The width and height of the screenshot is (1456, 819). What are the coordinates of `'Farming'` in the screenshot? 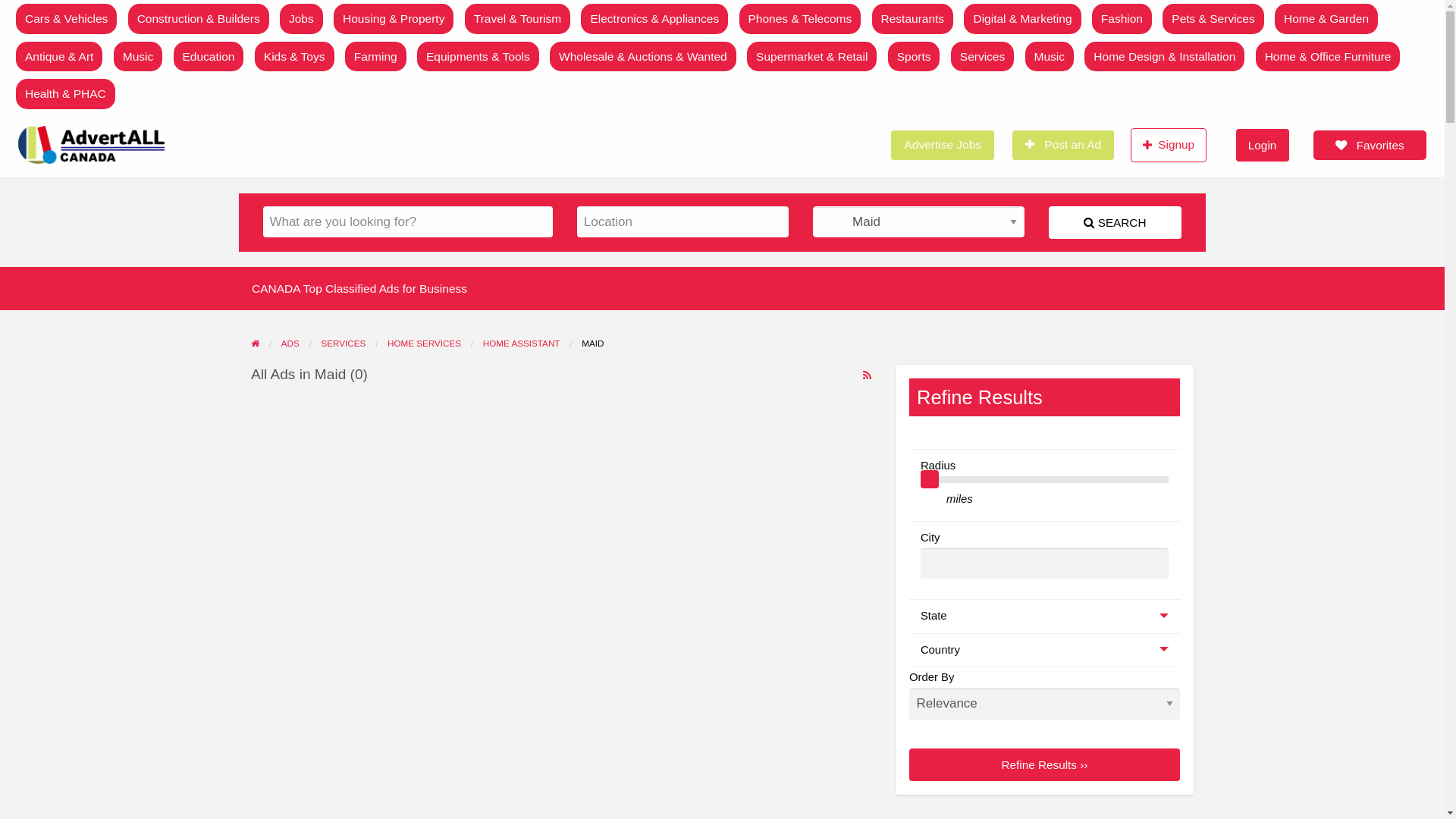 It's located at (375, 55).